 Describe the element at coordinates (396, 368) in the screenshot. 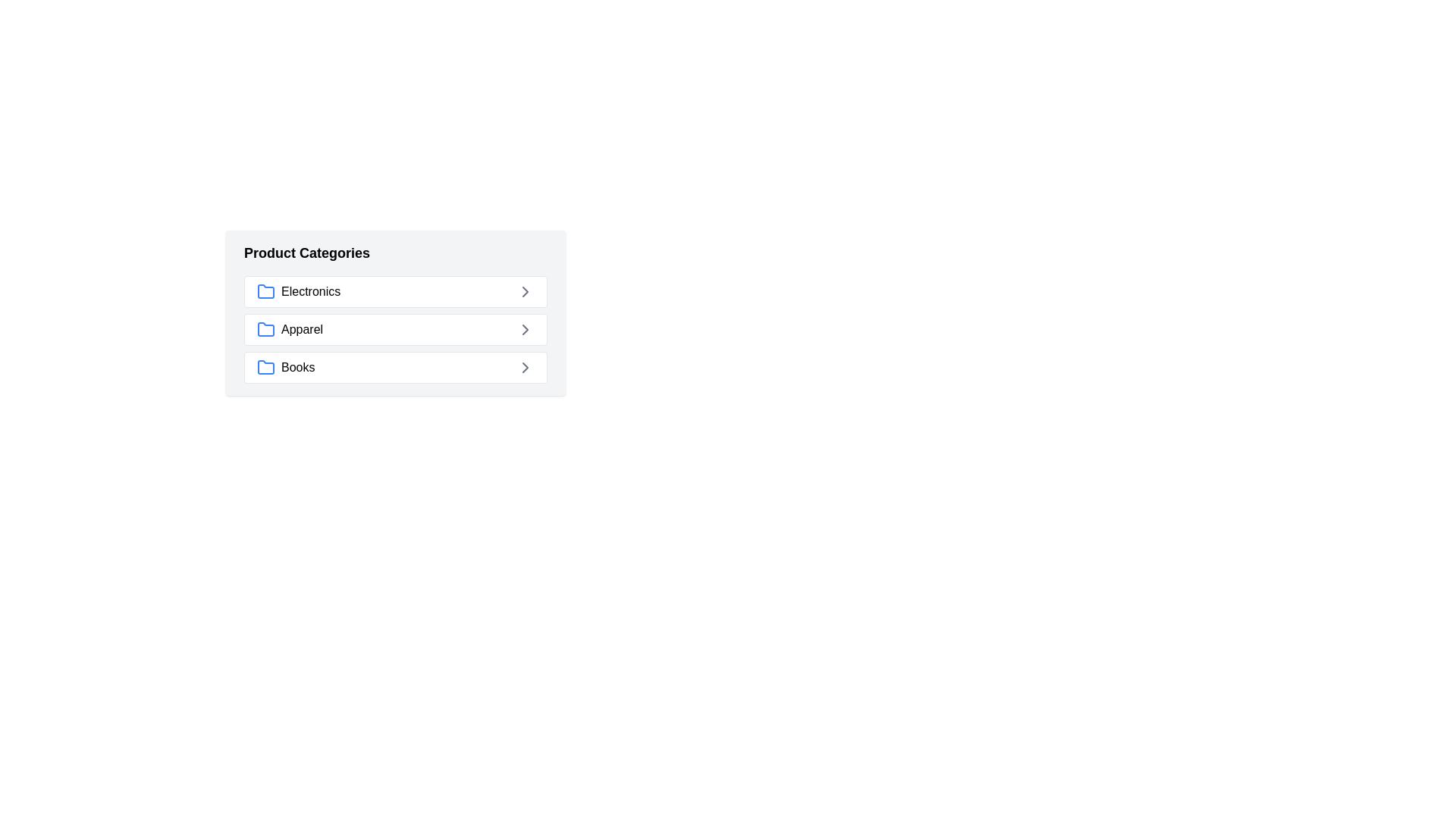

I see `the 'Books' Navigation Button` at that location.